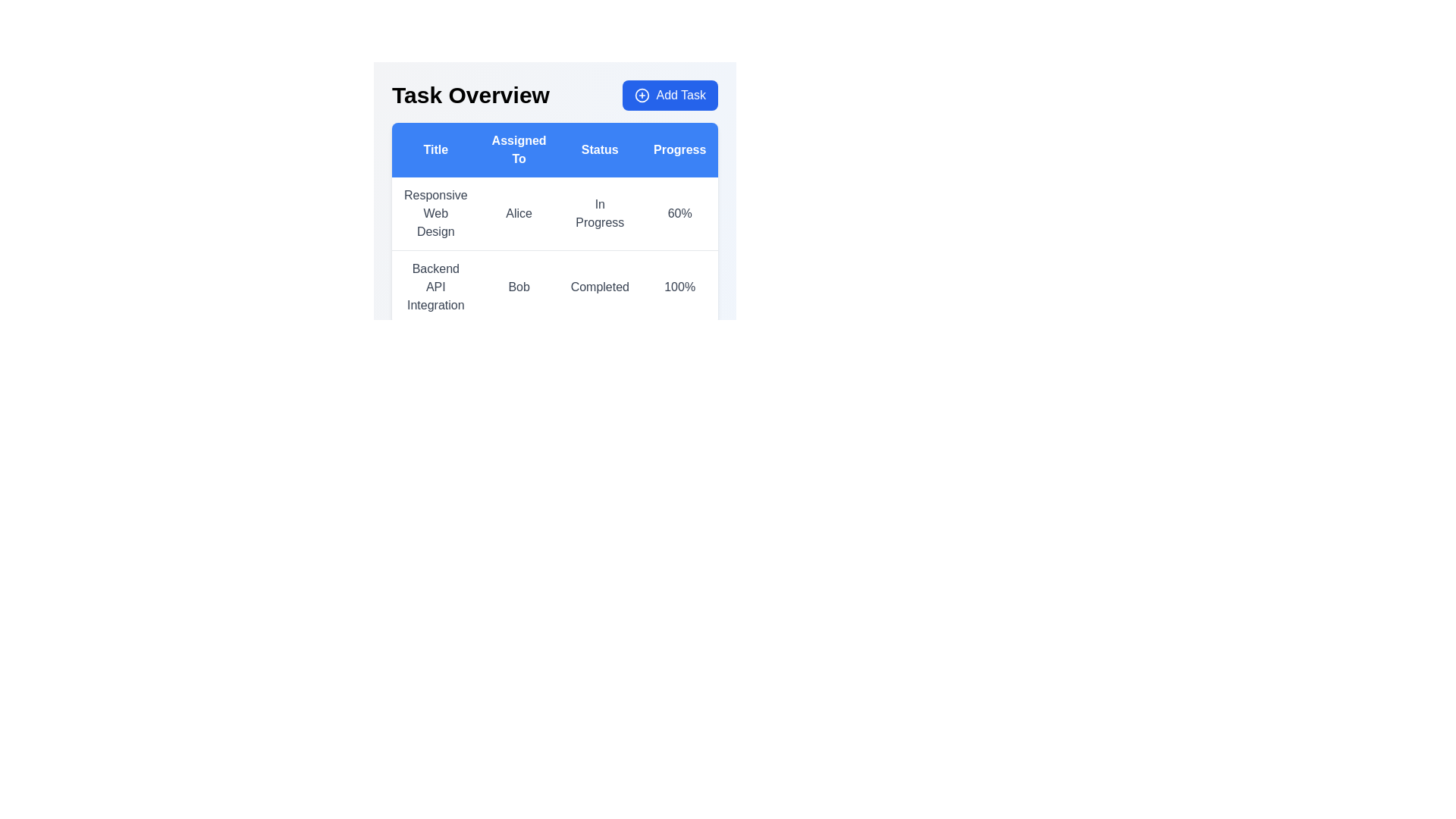 The height and width of the screenshot is (819, 1456). I want to click on the 'Status' column header in the table, which has a blue background and white text, positioned as the third header between 'Assigned To' and 'Progress', so click(599, 149).